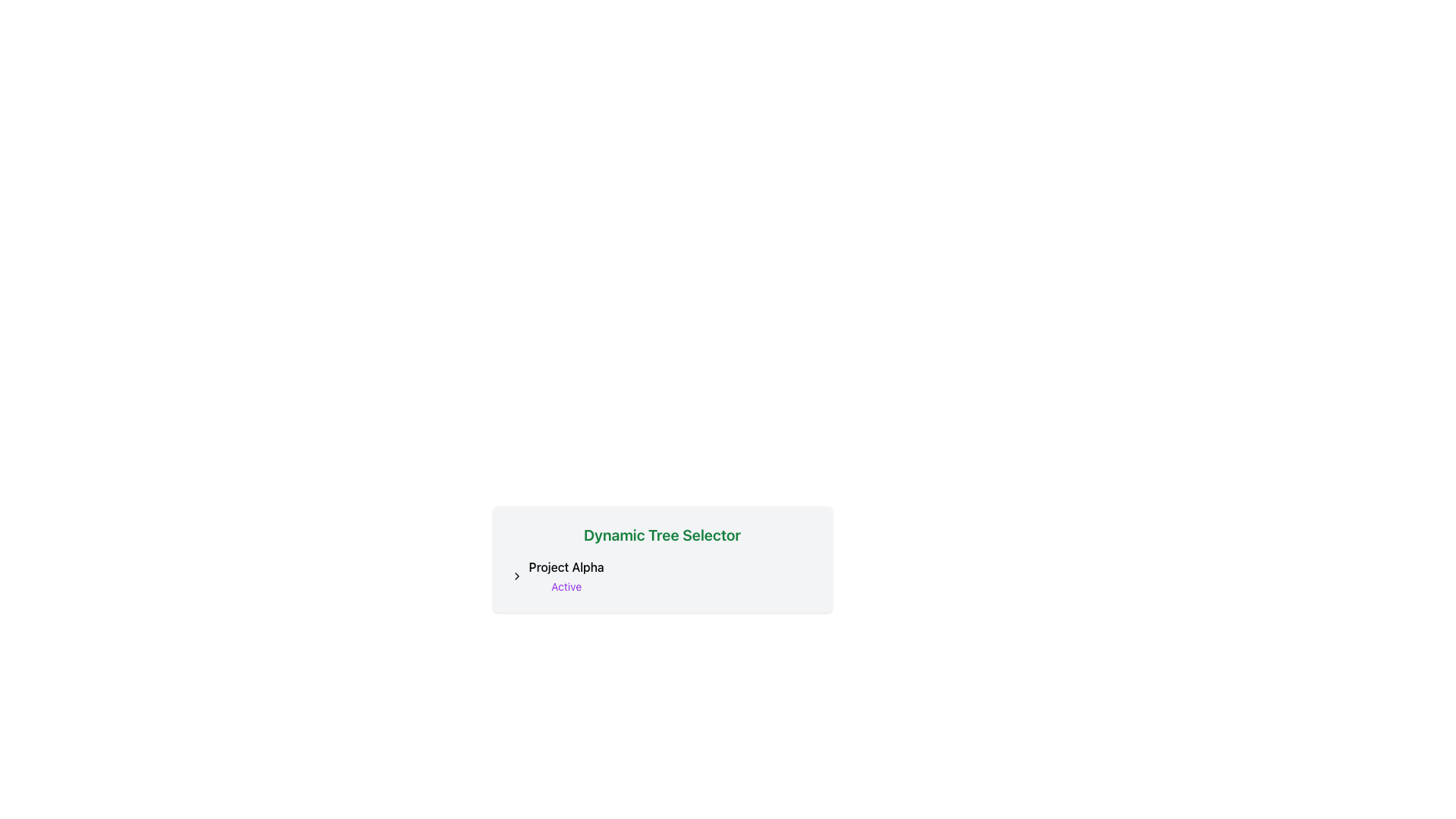  What do you see at coordinates (566, 576) in the screenshot?
I see `the label representing 'Project Alpha' with status 'Active' in the Dynamic Tree Selector` at bounding box center [566, 576].